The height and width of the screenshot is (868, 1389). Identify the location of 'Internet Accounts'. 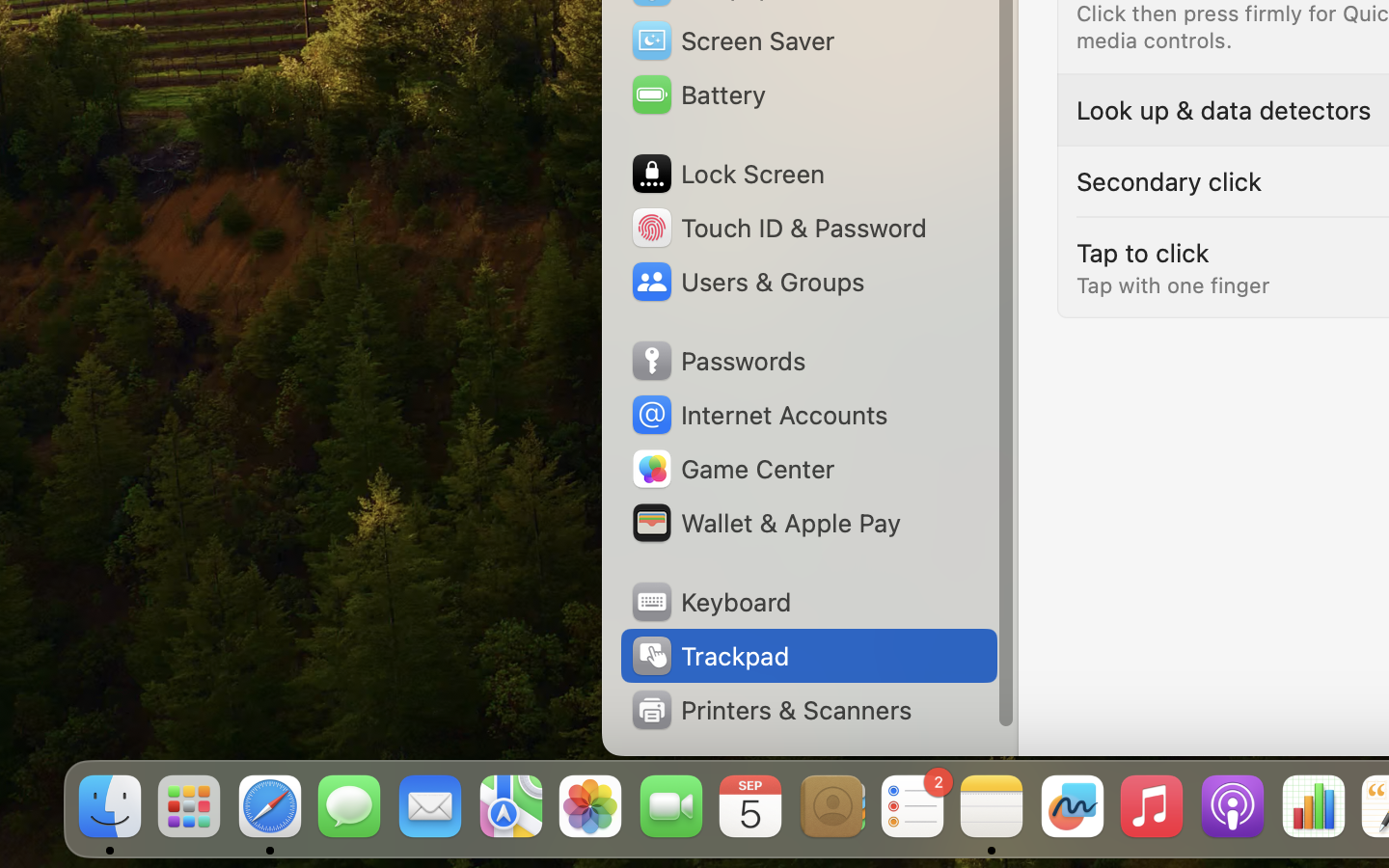
(757, 415).